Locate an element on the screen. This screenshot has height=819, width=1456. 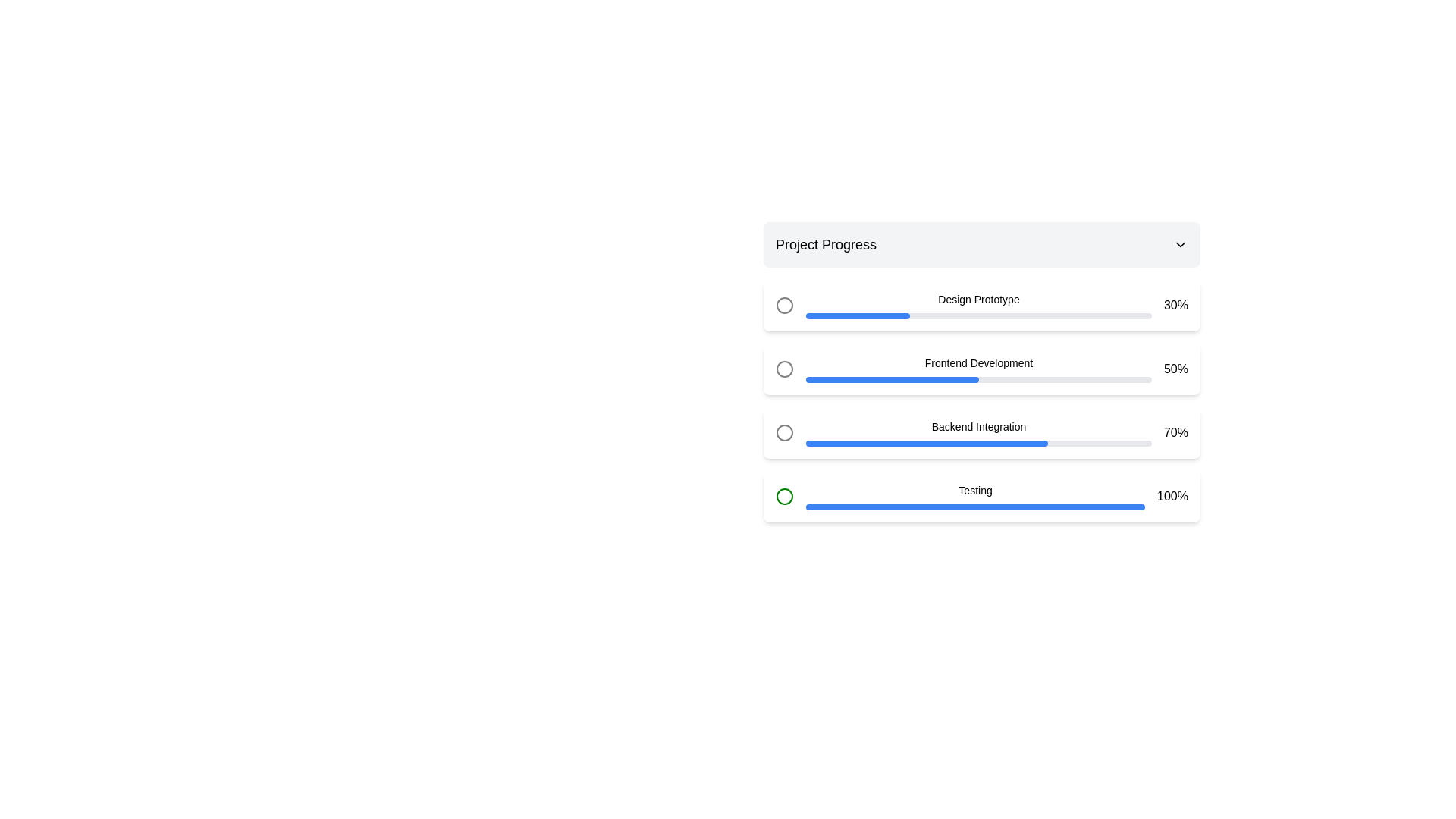
the SVG Circle Element that visually represents the state or progress of the Testing stage in the project tracker is located at coordinates (785, 497).